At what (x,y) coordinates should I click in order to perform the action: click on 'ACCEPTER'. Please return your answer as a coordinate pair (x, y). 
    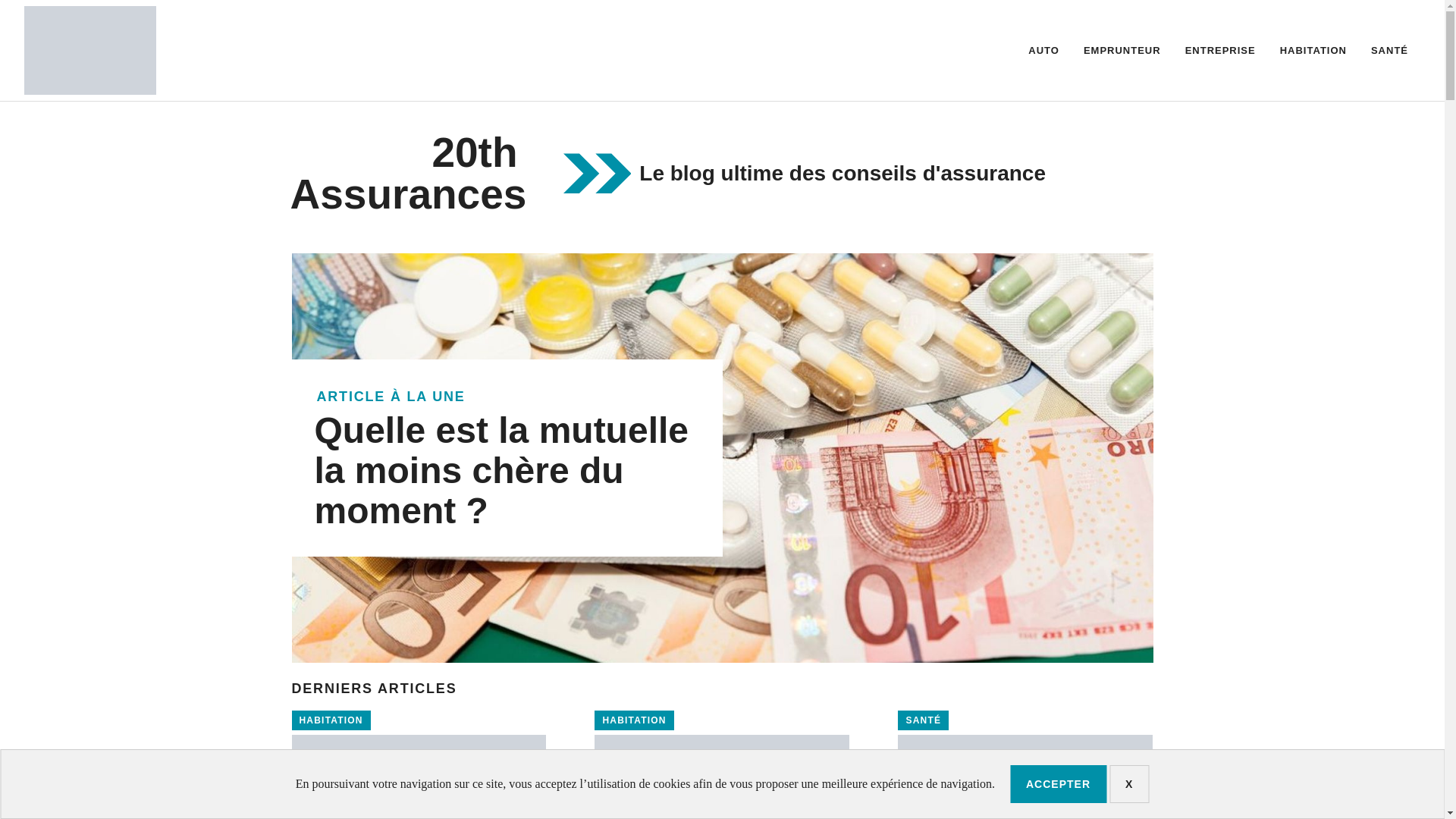
    Looking at the image, I should click on (1009, 783).